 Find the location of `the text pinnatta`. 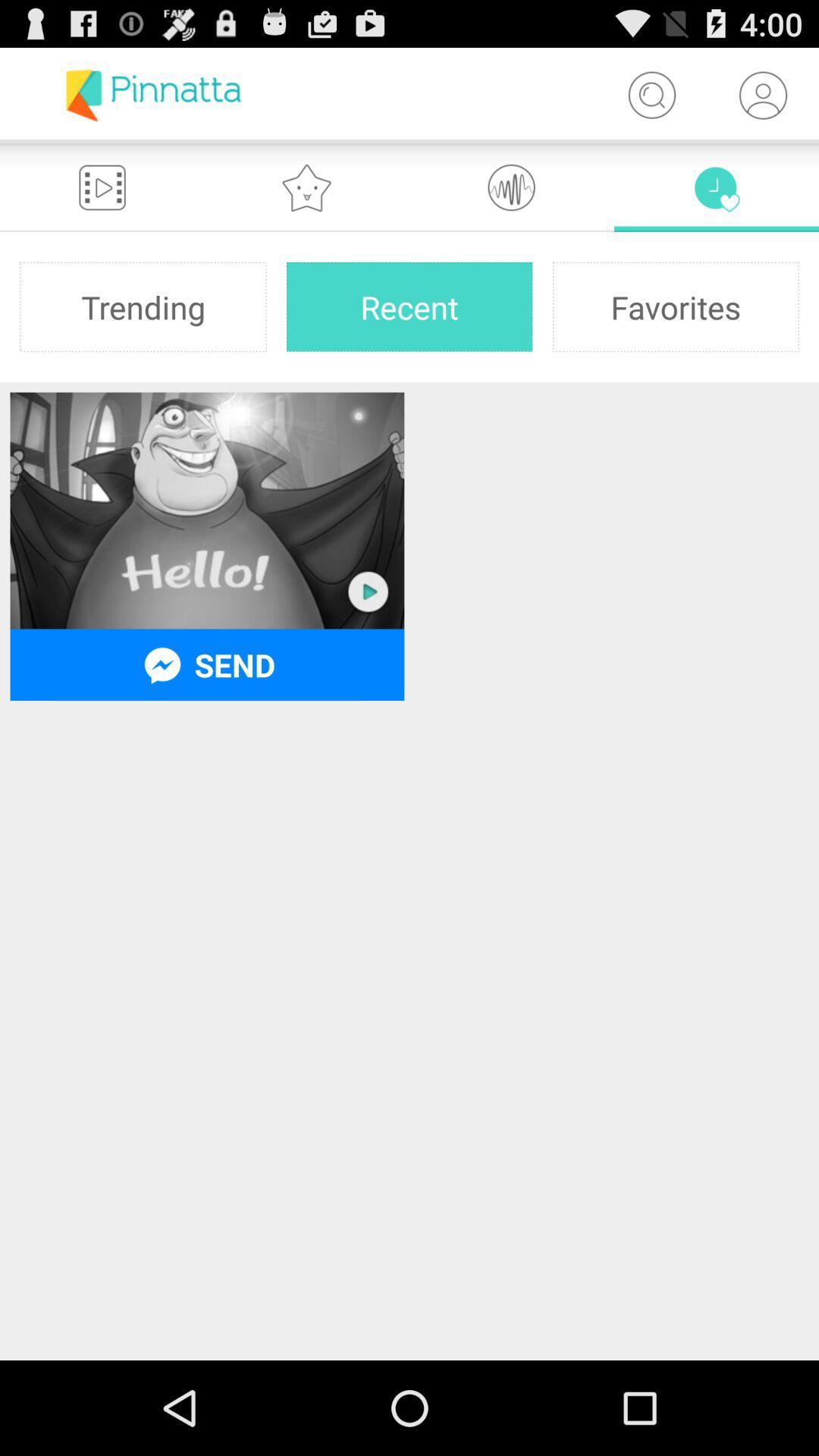

the text pinnatta is located at coordinates (153, 94).